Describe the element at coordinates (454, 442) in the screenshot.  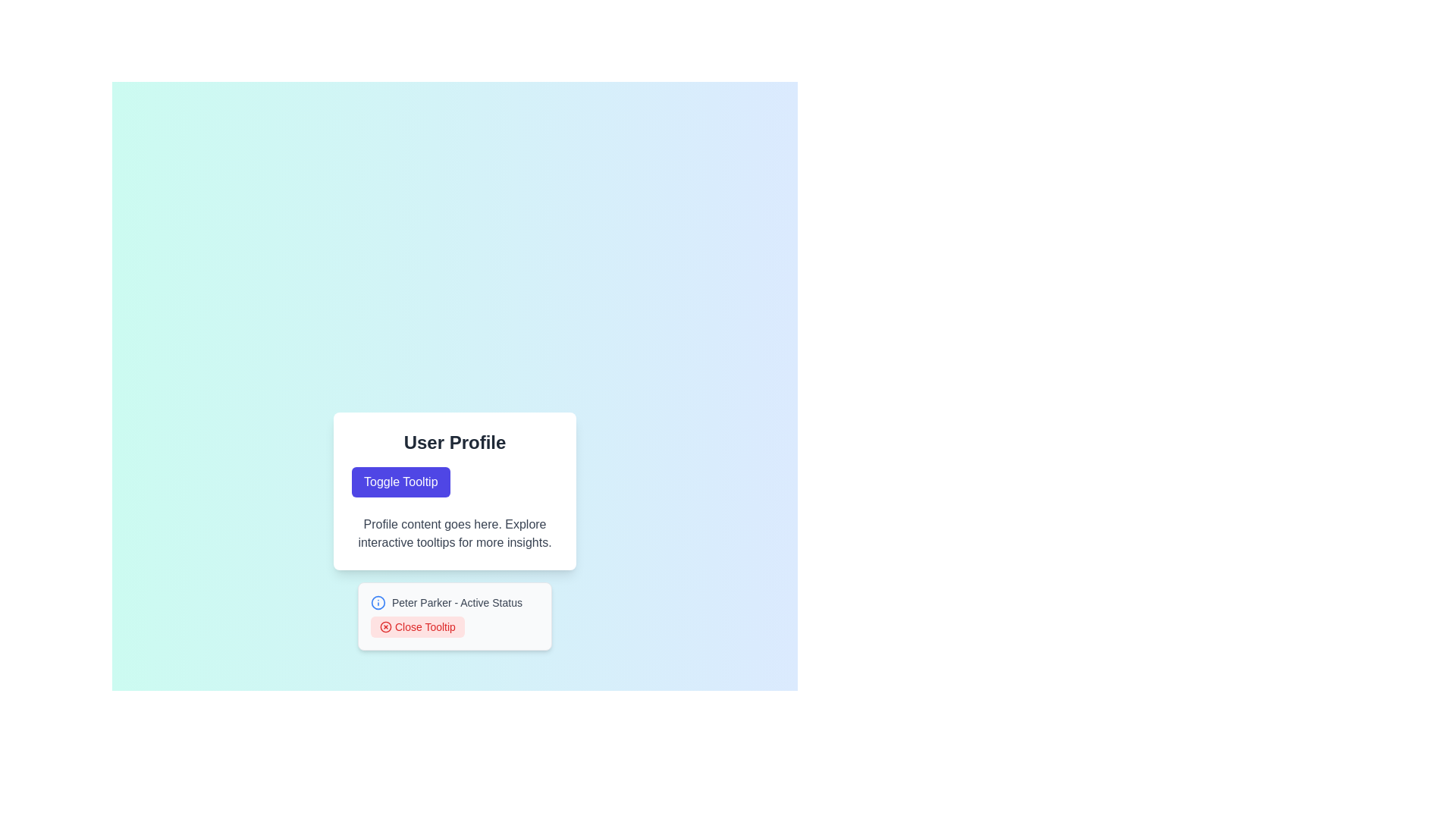
I see `header text for the user profile section, which is located at the top-center of the white, rounded rectangle containing the profile information` at that location.